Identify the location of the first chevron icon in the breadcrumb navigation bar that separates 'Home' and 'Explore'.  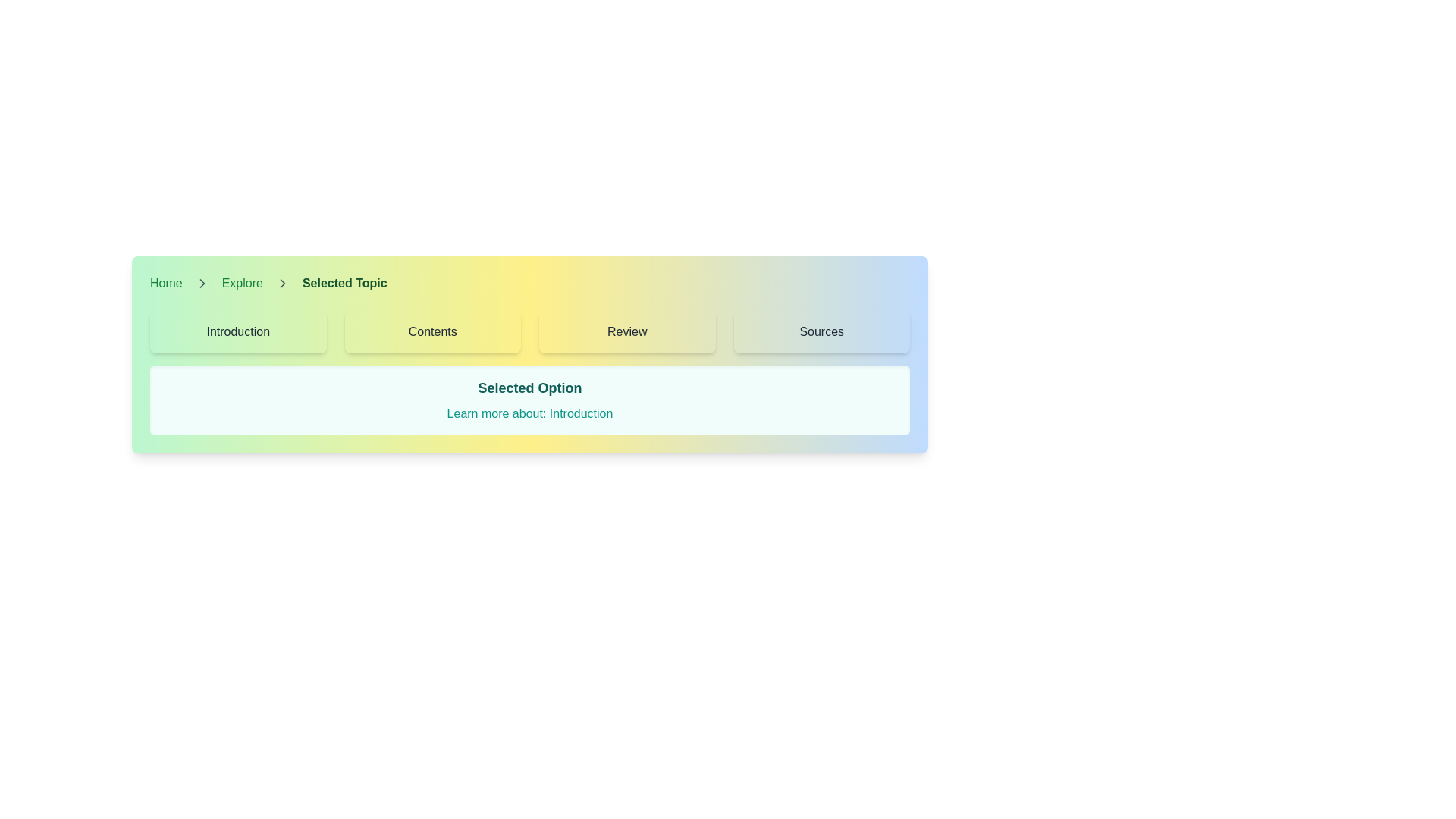
(201, 284).